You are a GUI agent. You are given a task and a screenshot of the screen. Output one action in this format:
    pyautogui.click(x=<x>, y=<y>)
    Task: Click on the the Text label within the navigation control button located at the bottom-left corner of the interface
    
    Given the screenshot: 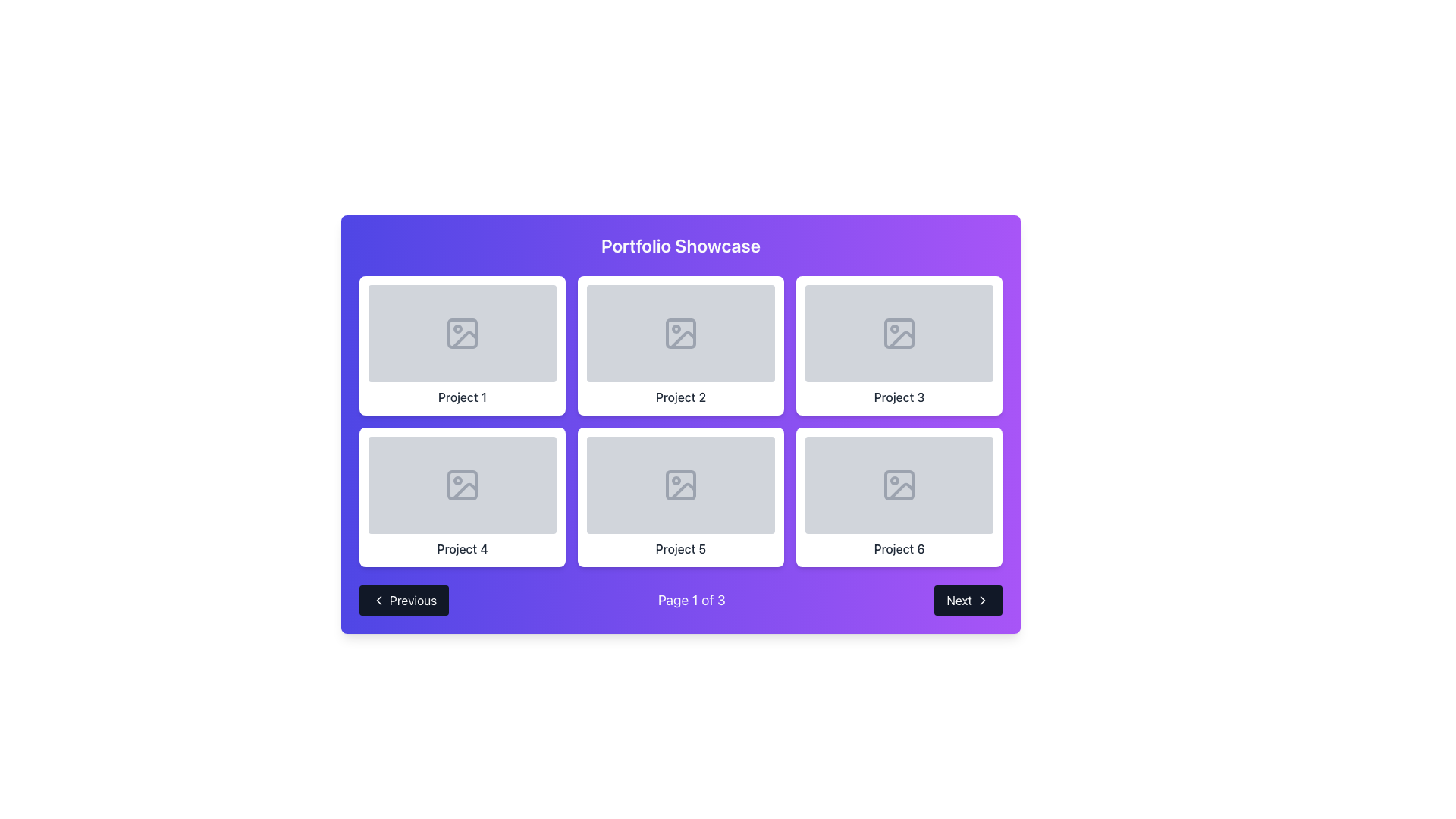 What is the action you would take?
    pyautogui.click(x=413, y=599)
    